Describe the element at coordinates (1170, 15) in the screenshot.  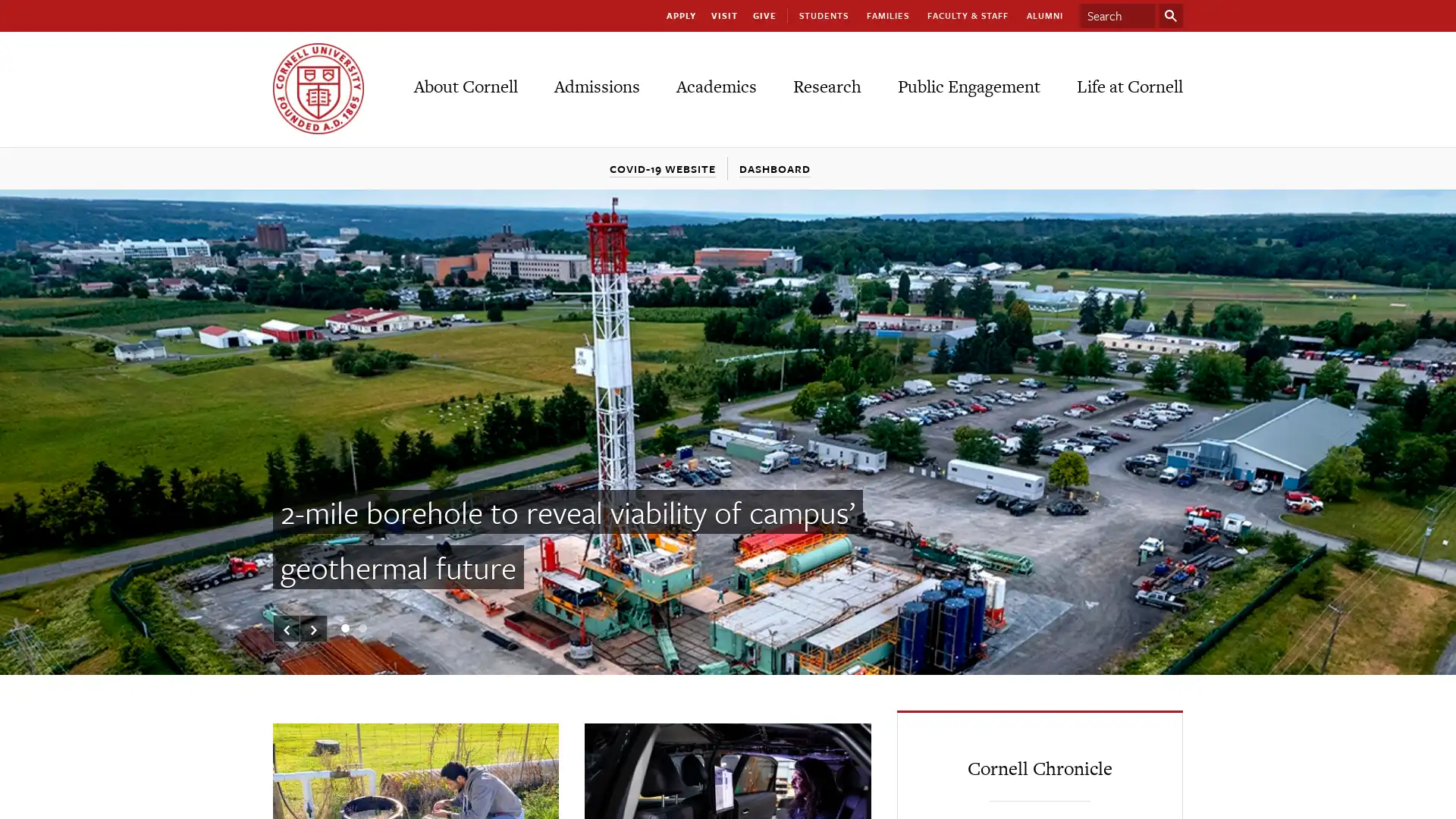
I see `Search` at that location.